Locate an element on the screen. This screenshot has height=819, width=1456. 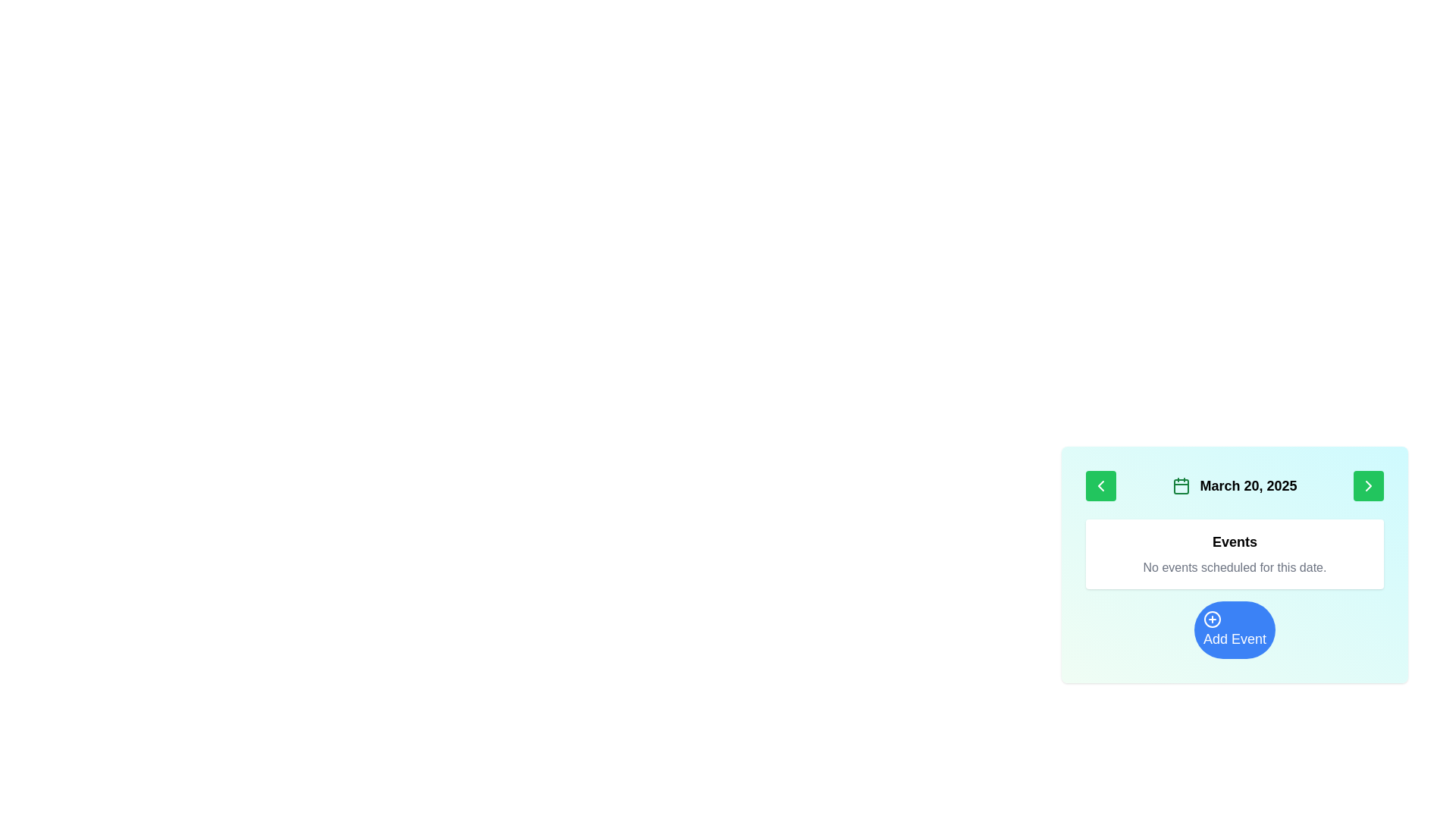
the navigation button located at the top-right of the green button in the calendar interface to advance to the next date or time period is located at coordinates (1368, 485).